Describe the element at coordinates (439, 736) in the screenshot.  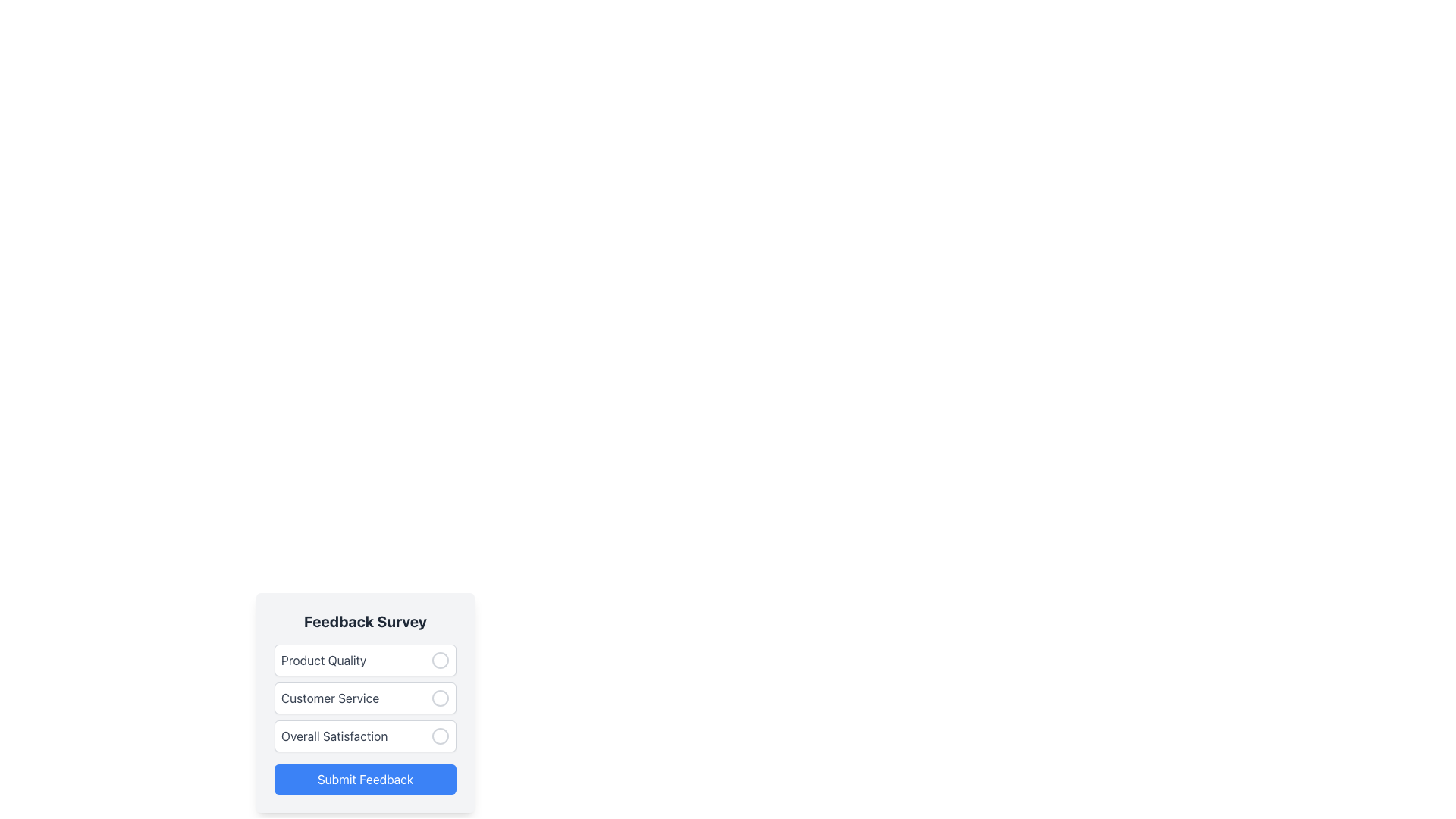
I see `the circular radio button for the 'Overall Satisfaction' option` at that location.